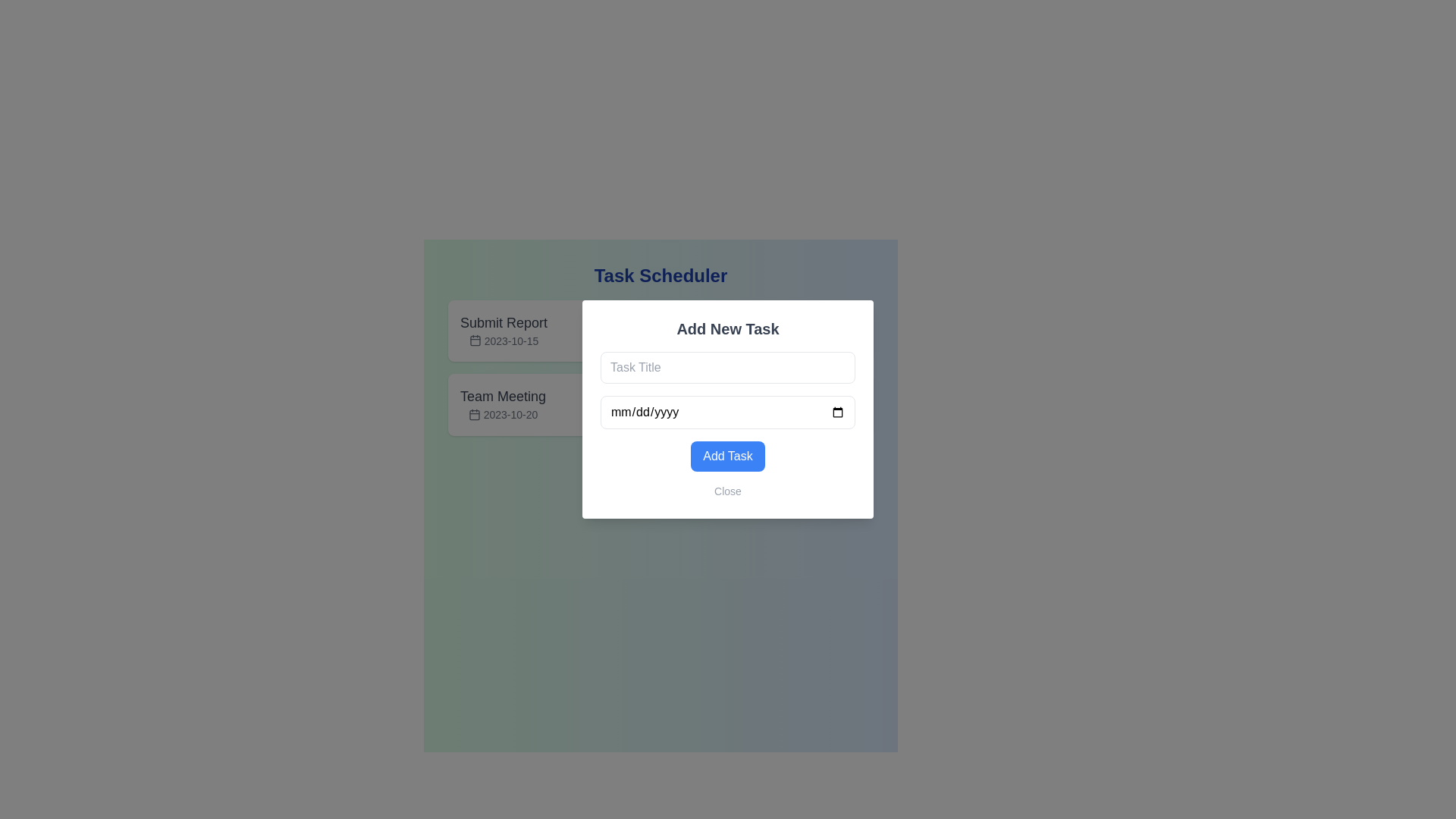 This screenshot has width=1456, height=819. Describe the element at coordinates (474, 340) in the screenshot. I see `the small calendar icon located to the left of the text '2023-10-15' within the task labeled 'Submit Report'` at that location.